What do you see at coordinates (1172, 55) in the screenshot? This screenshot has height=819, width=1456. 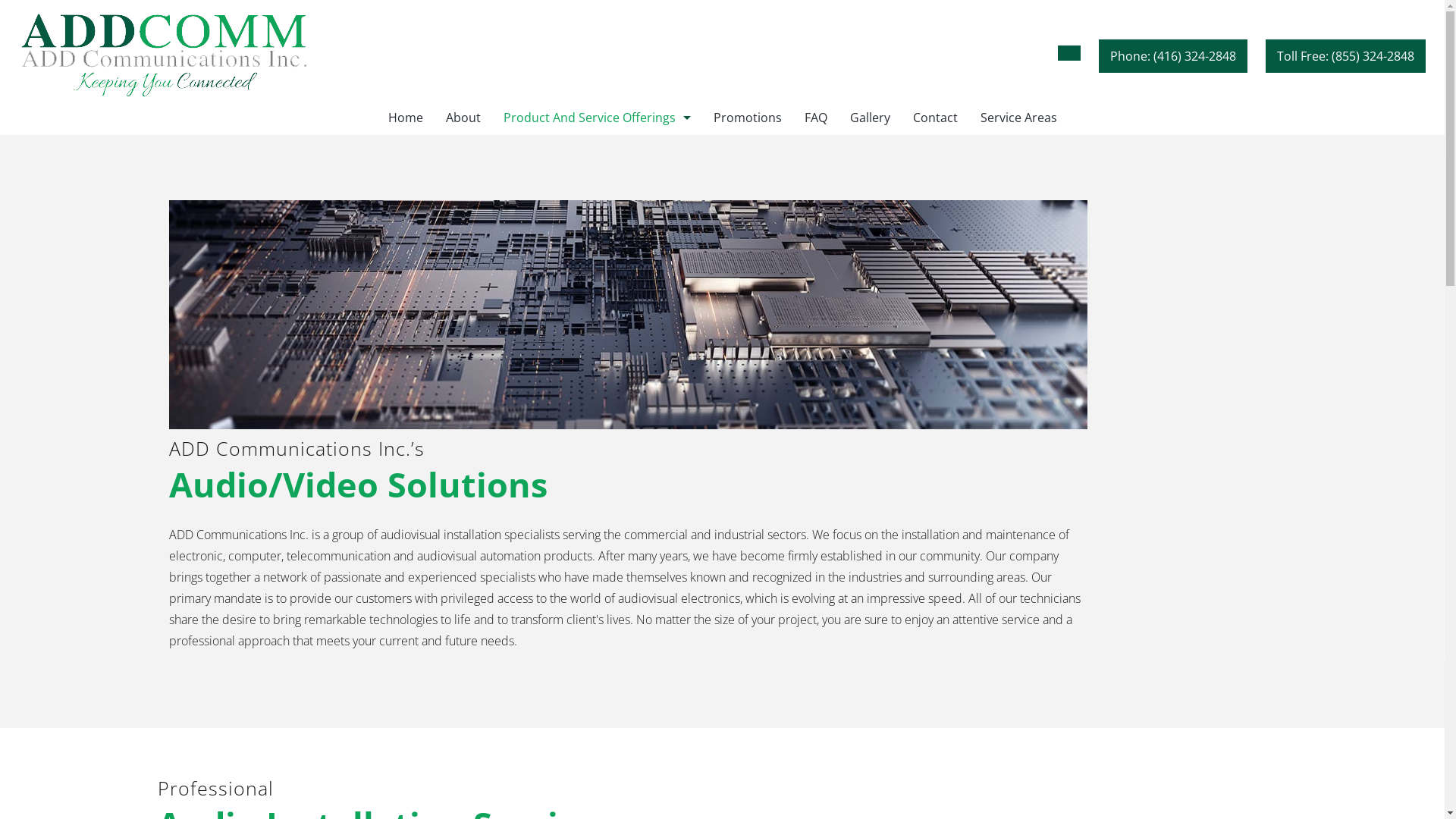 I see `'Phone: (416) 324-2848'` at bounding box center [1172, 55].